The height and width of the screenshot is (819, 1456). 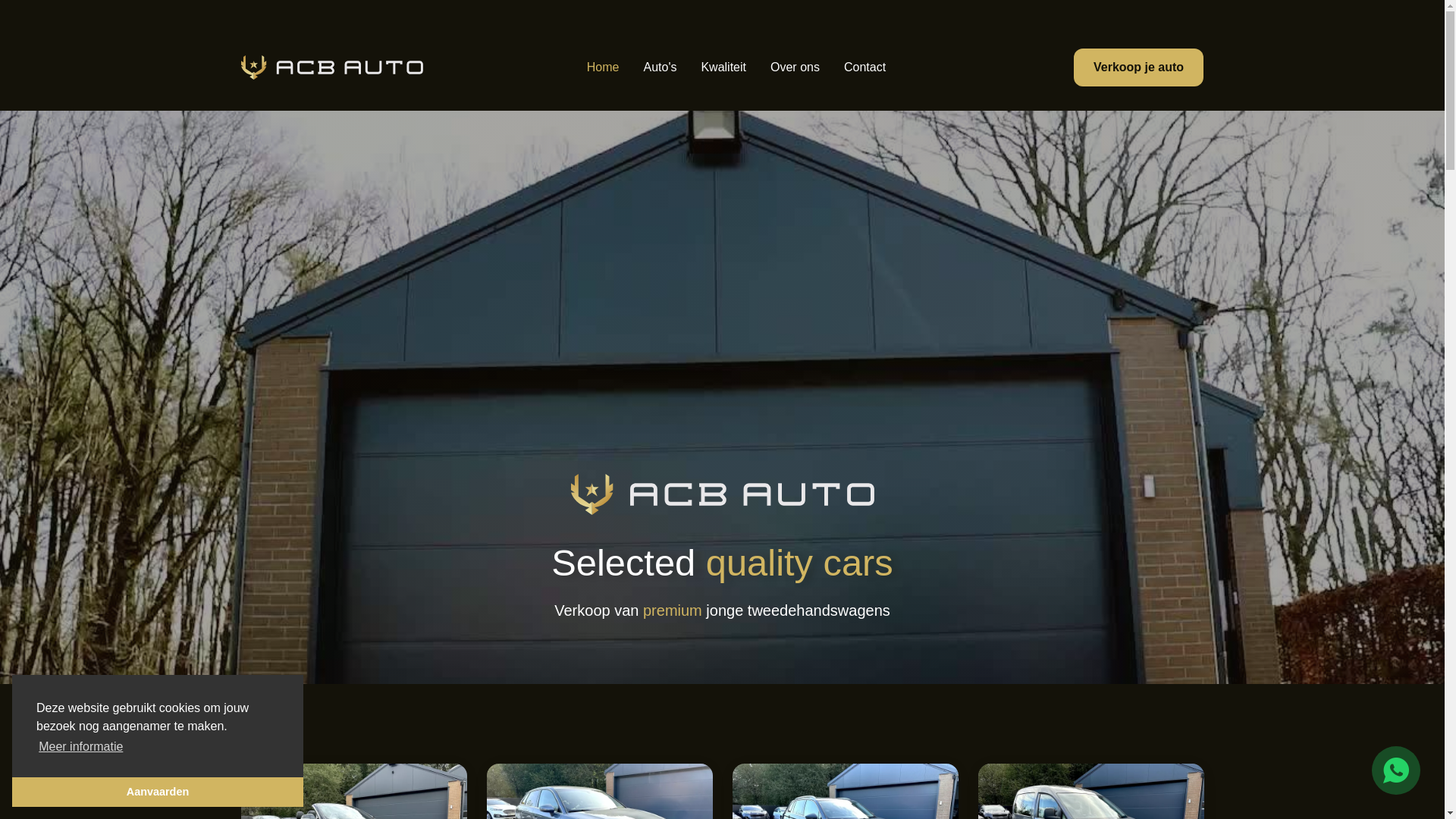 I want to click on 'Aanvaarden', so click(x=157, y=791).